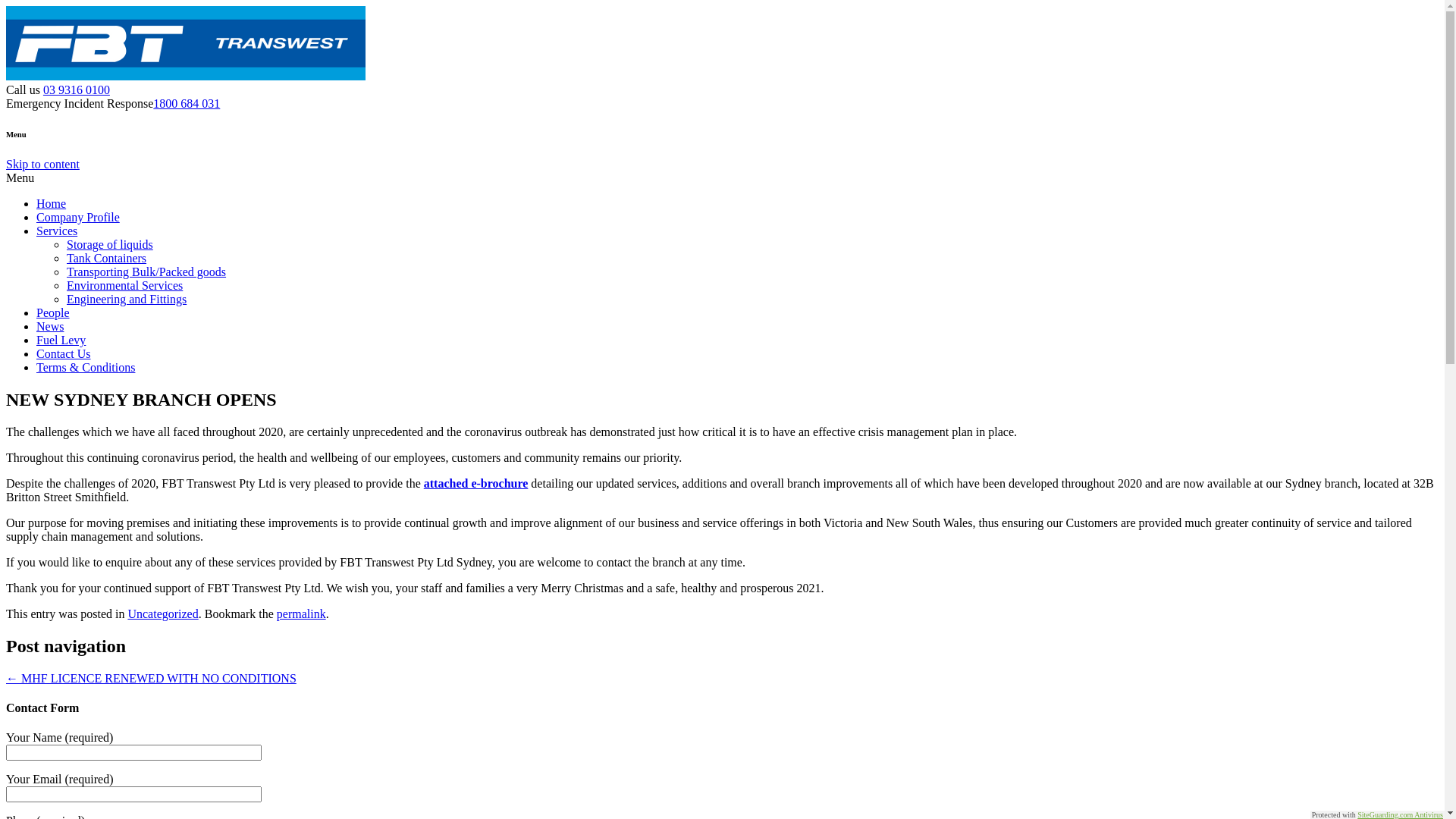 Image resolution: width=1456 pixels, height=819 pixels. I want to click on 'Company Profile', so click(77, 217).